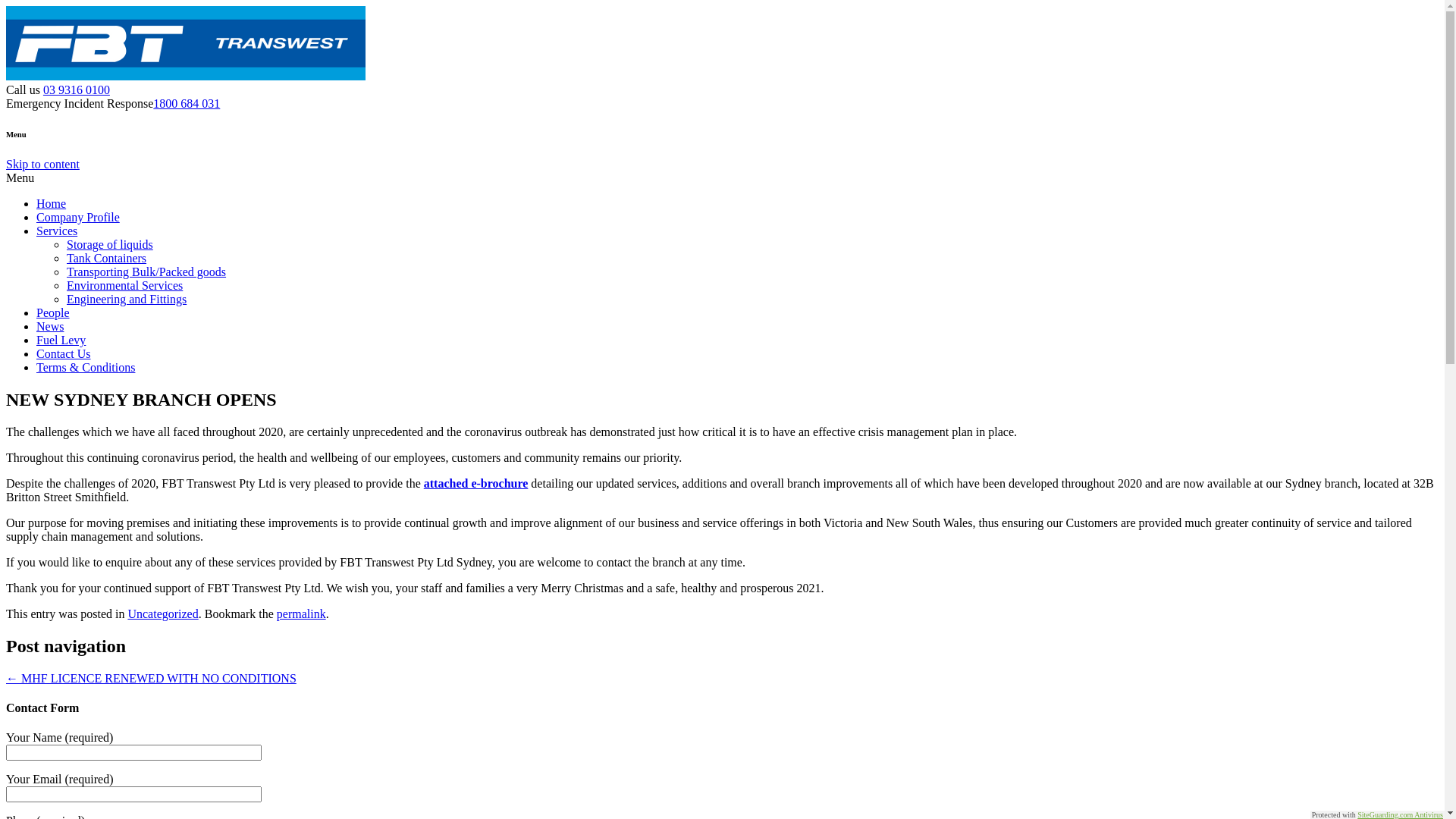 Image resolution: width=1456 pixels, height=819 pixels. I want to click on 'Company Profile', so click(77, 217).